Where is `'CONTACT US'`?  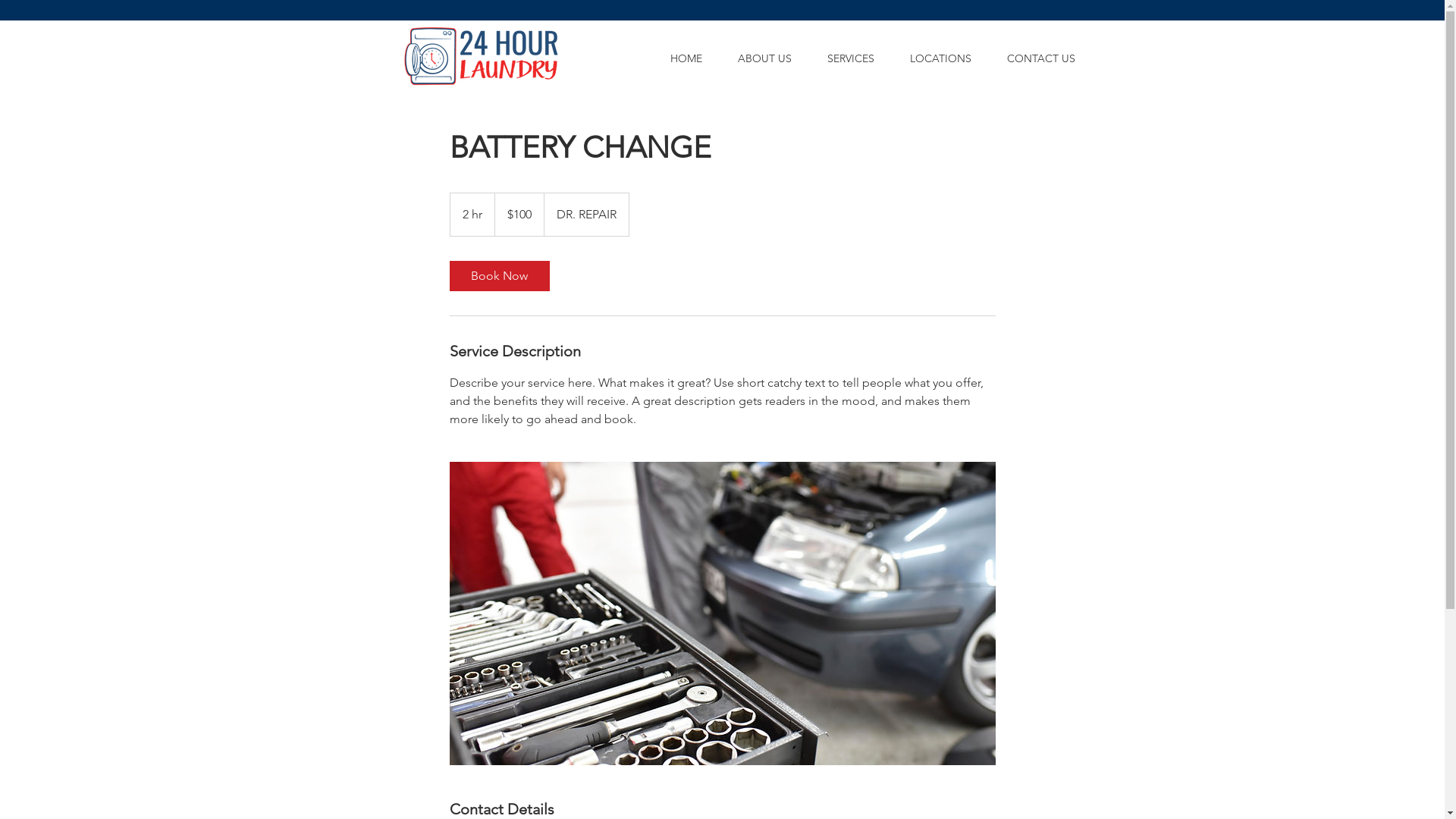
'CONTACT US' is located at coordinates (989, 58).